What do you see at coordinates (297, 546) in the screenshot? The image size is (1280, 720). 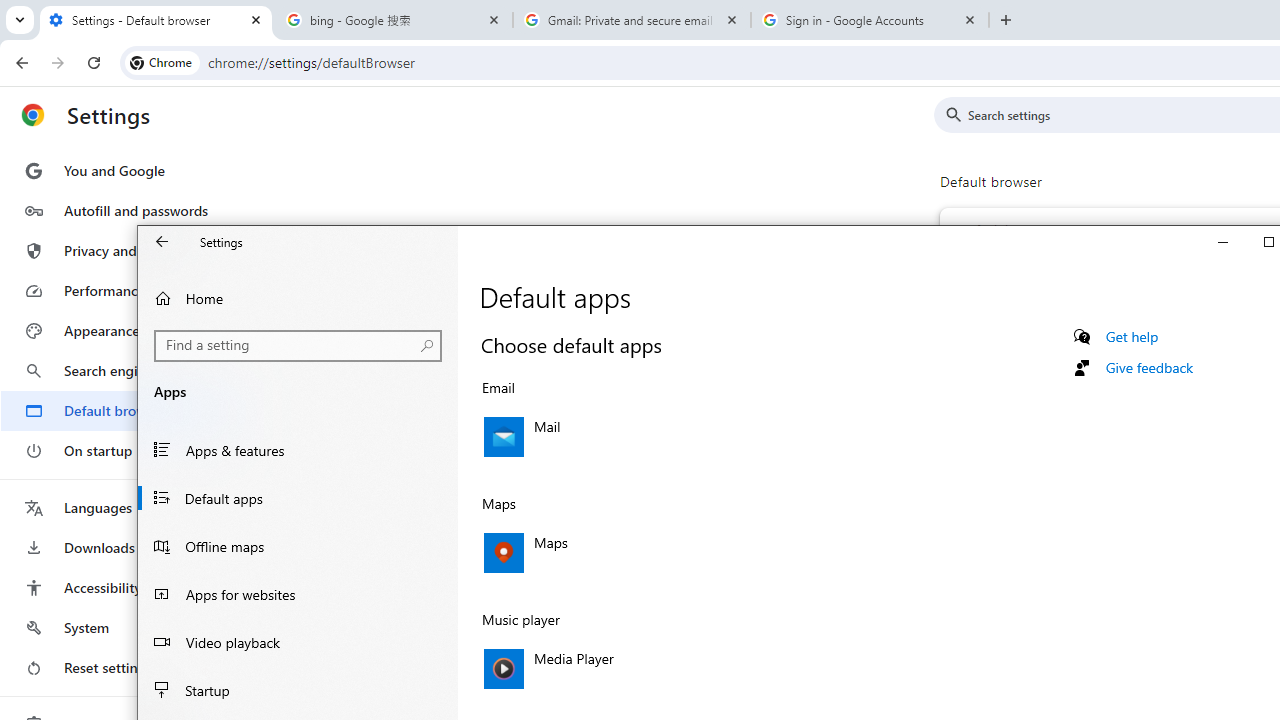 I see `'Offline maps'` at bounding box center [297, 546].